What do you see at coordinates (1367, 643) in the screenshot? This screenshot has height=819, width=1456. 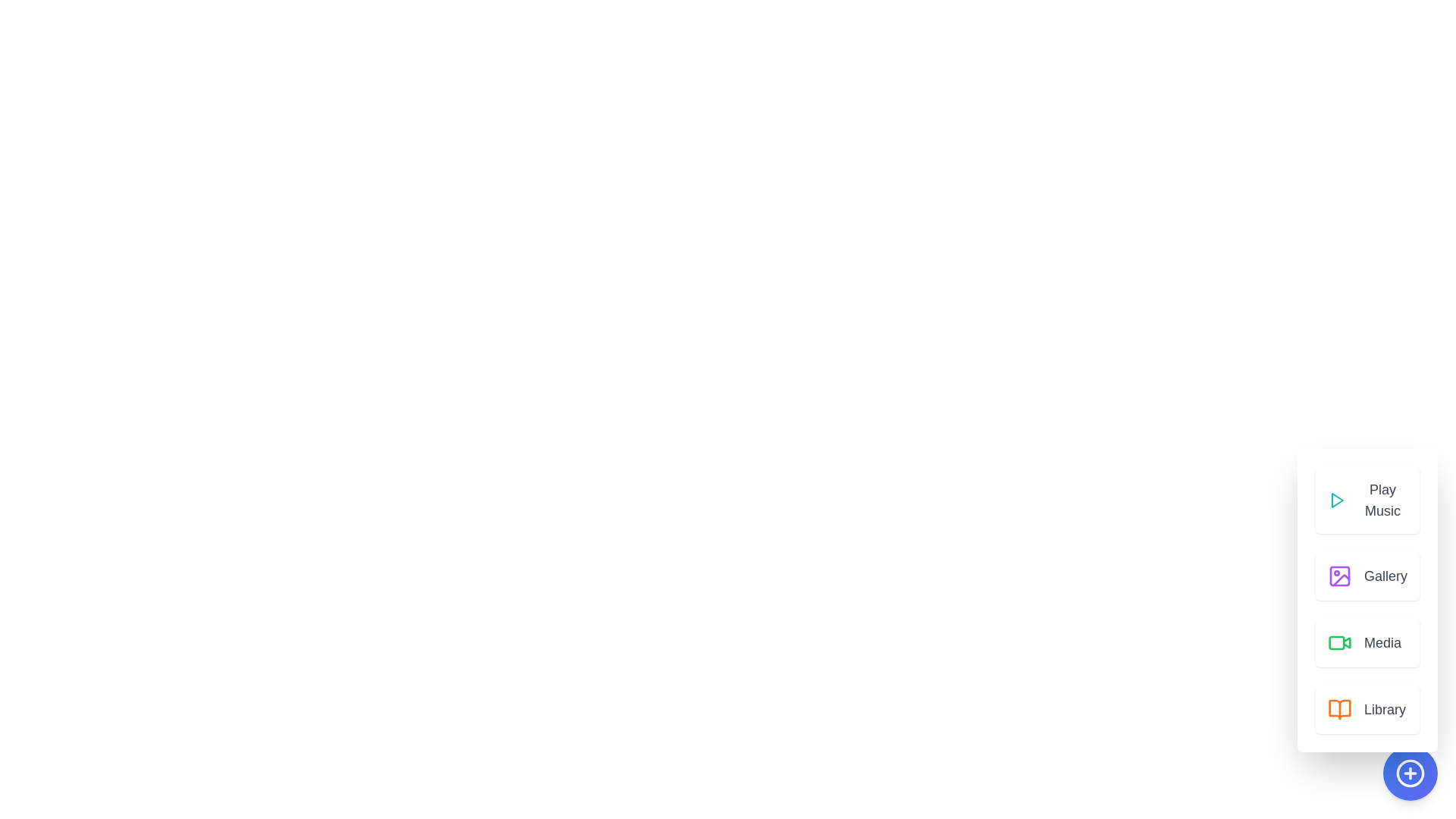 I see `the Media button to access the respective media content` at bounding box center [1367, 643].